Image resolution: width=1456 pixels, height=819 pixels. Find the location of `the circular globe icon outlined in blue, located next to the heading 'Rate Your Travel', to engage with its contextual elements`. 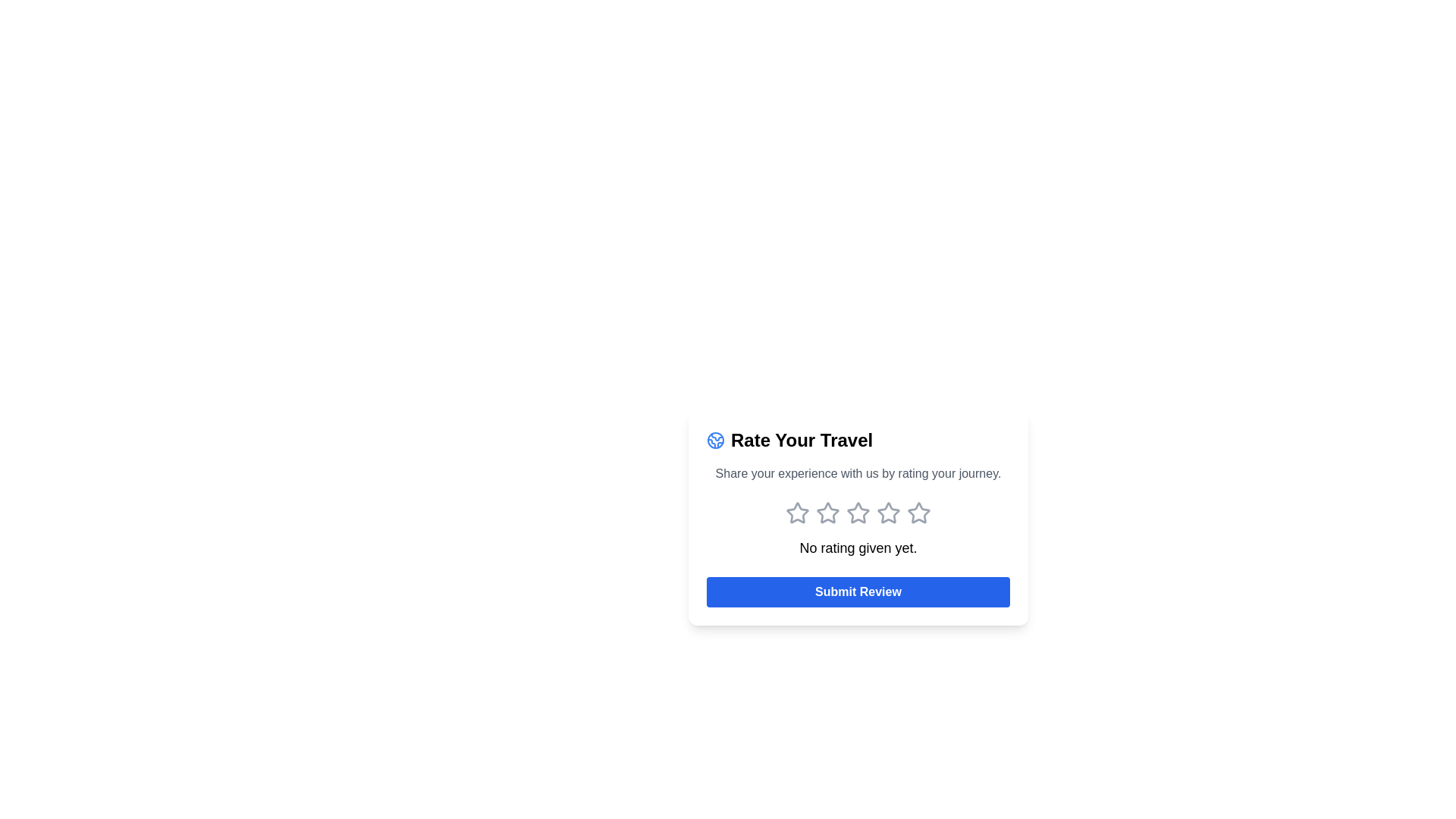

the circular globe icon outlined in blue, located next to the heading 'Rate Your Travel', to engage with its contextual elements is located at coordinates (715, 441).